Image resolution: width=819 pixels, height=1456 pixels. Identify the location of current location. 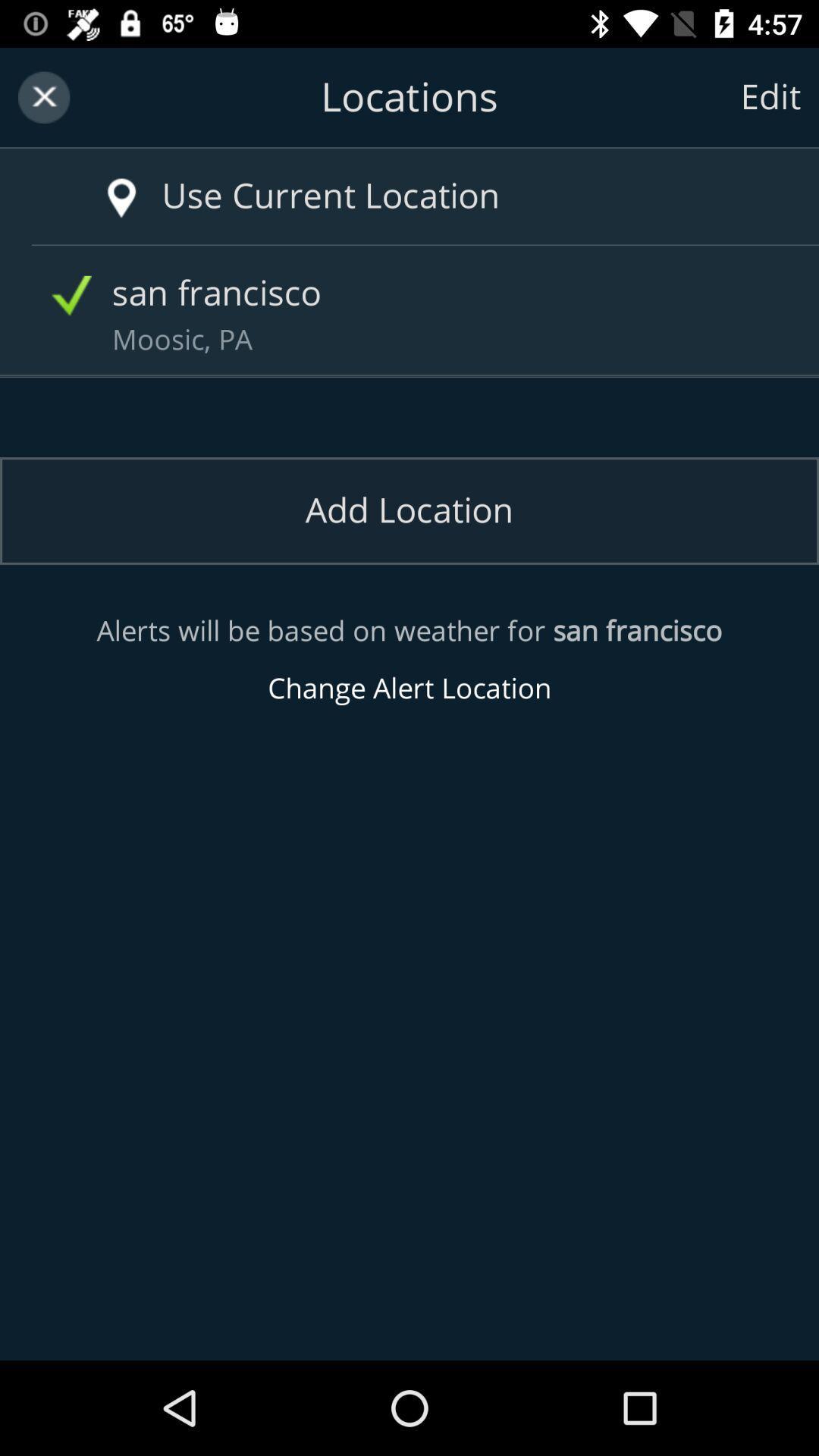
(99, 182).